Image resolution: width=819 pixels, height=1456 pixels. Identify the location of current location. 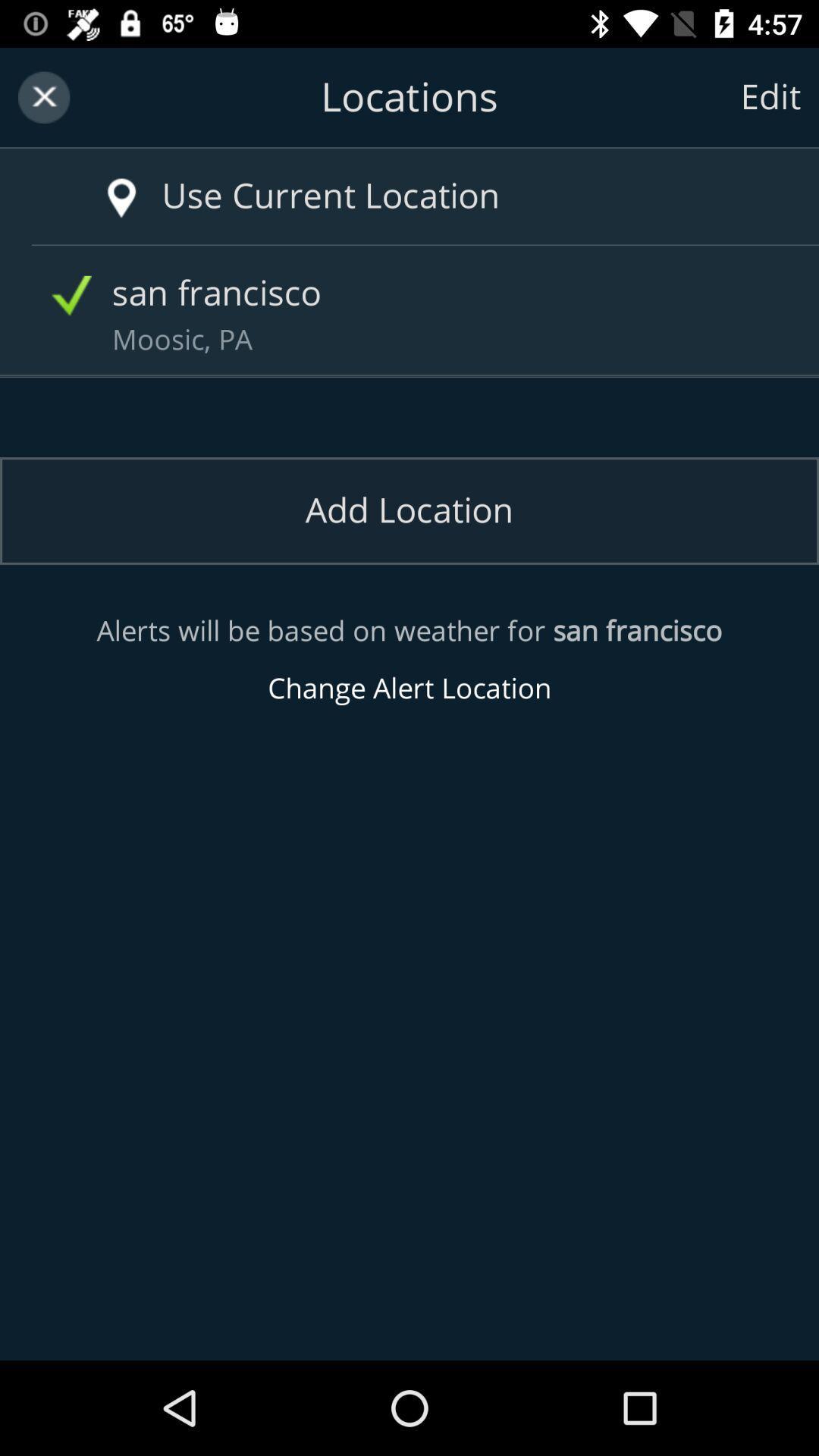
(99, 182).